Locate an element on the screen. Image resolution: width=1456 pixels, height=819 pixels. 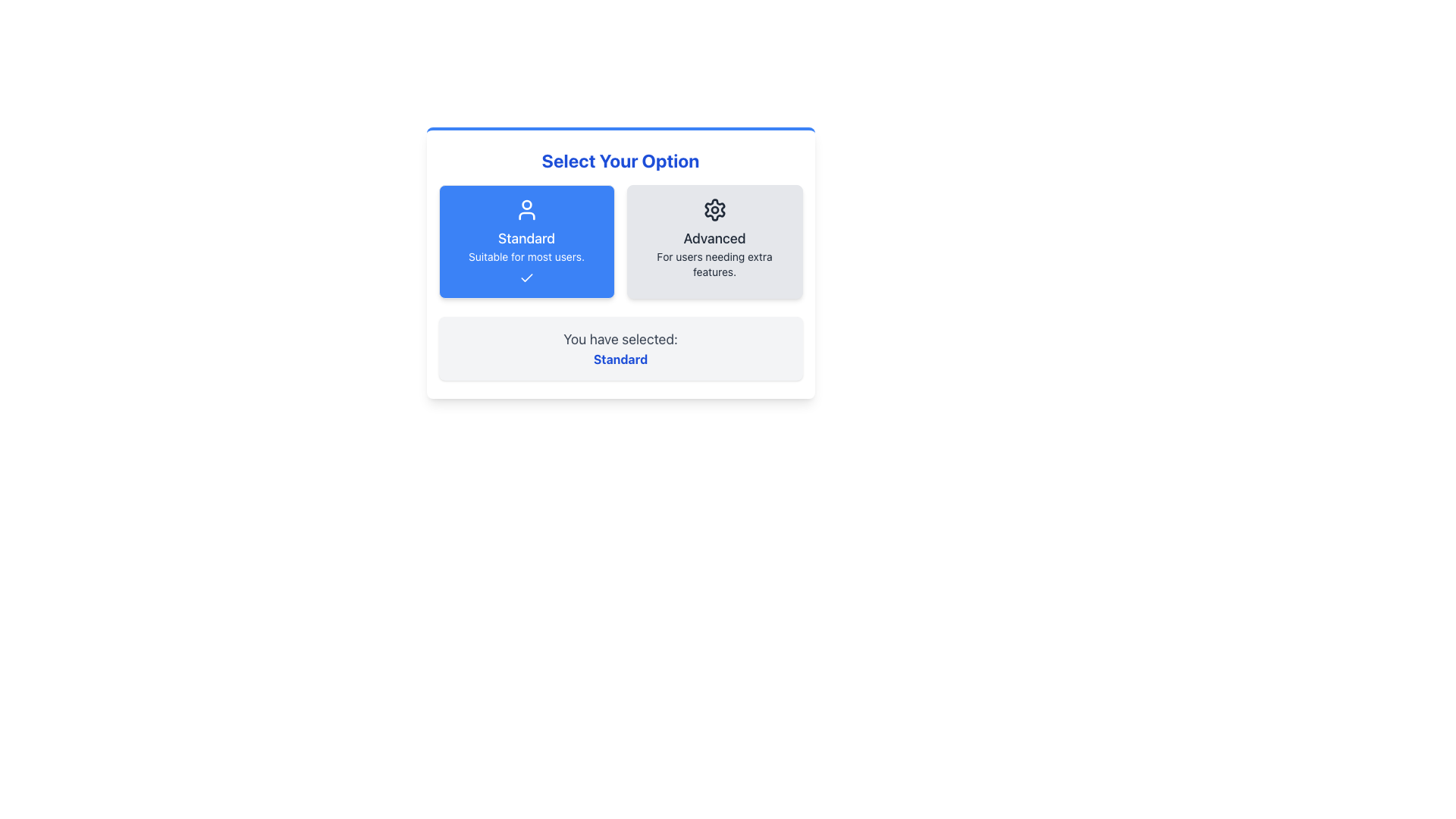
the advanced settings icon located in the middle-right part of the interface within the 'Advanced' card, which serves as a visual indication is located at coordinates (714, 210).